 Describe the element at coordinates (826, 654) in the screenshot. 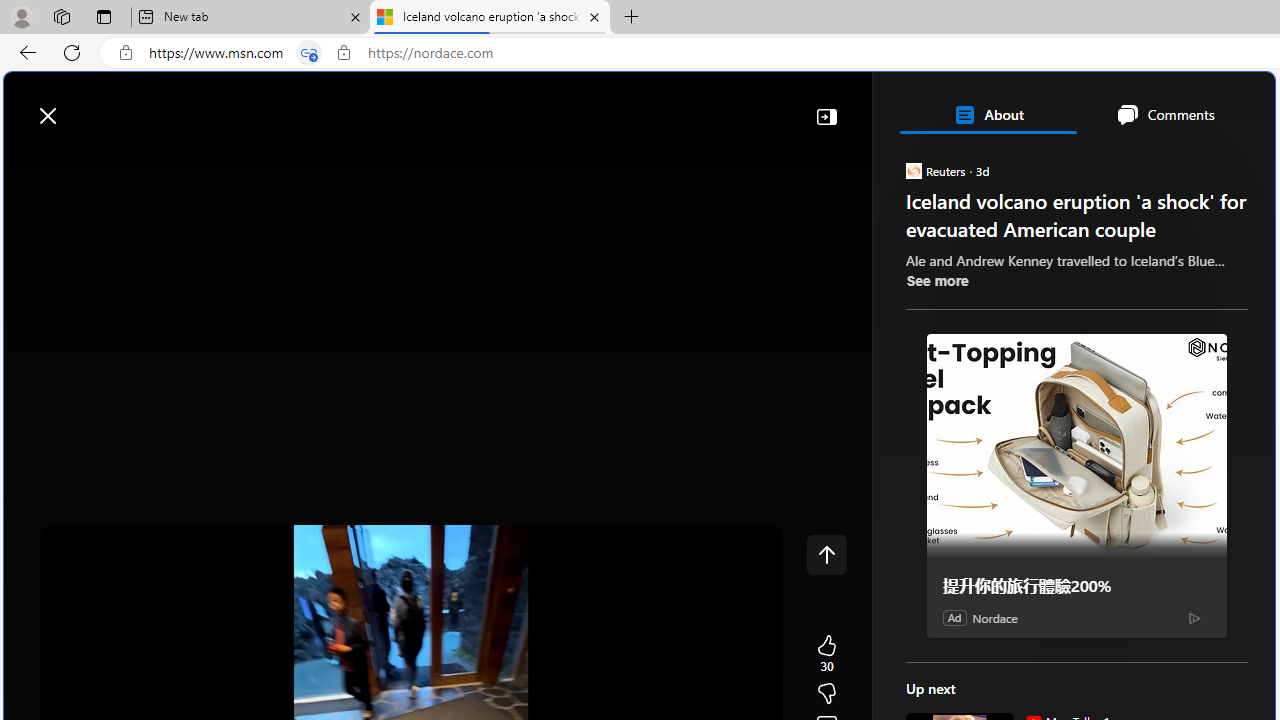

I see `'30 Like'` at that location.